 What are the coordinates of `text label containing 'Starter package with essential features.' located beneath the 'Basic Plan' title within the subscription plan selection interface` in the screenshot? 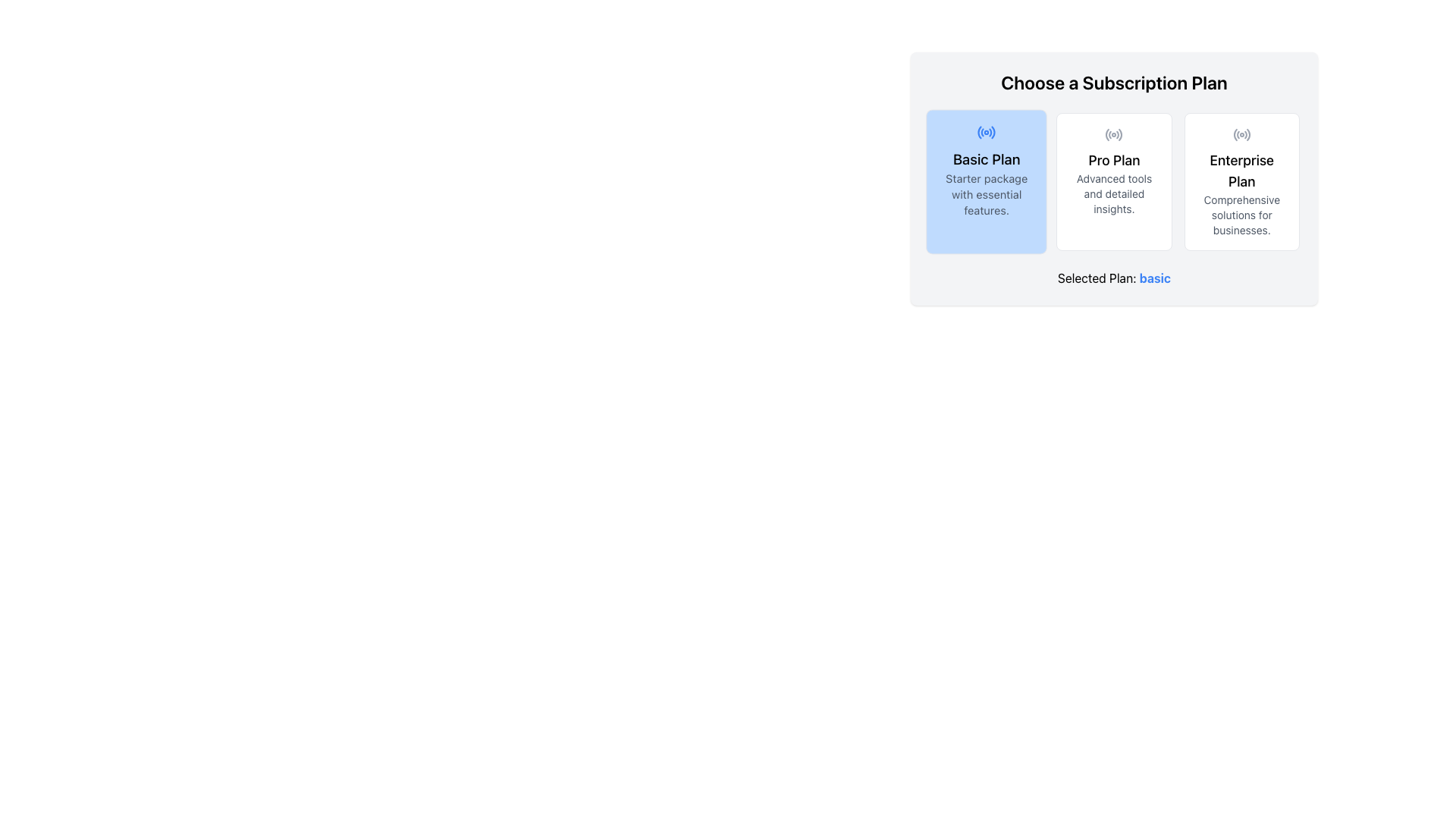 It's located at (987, 193).